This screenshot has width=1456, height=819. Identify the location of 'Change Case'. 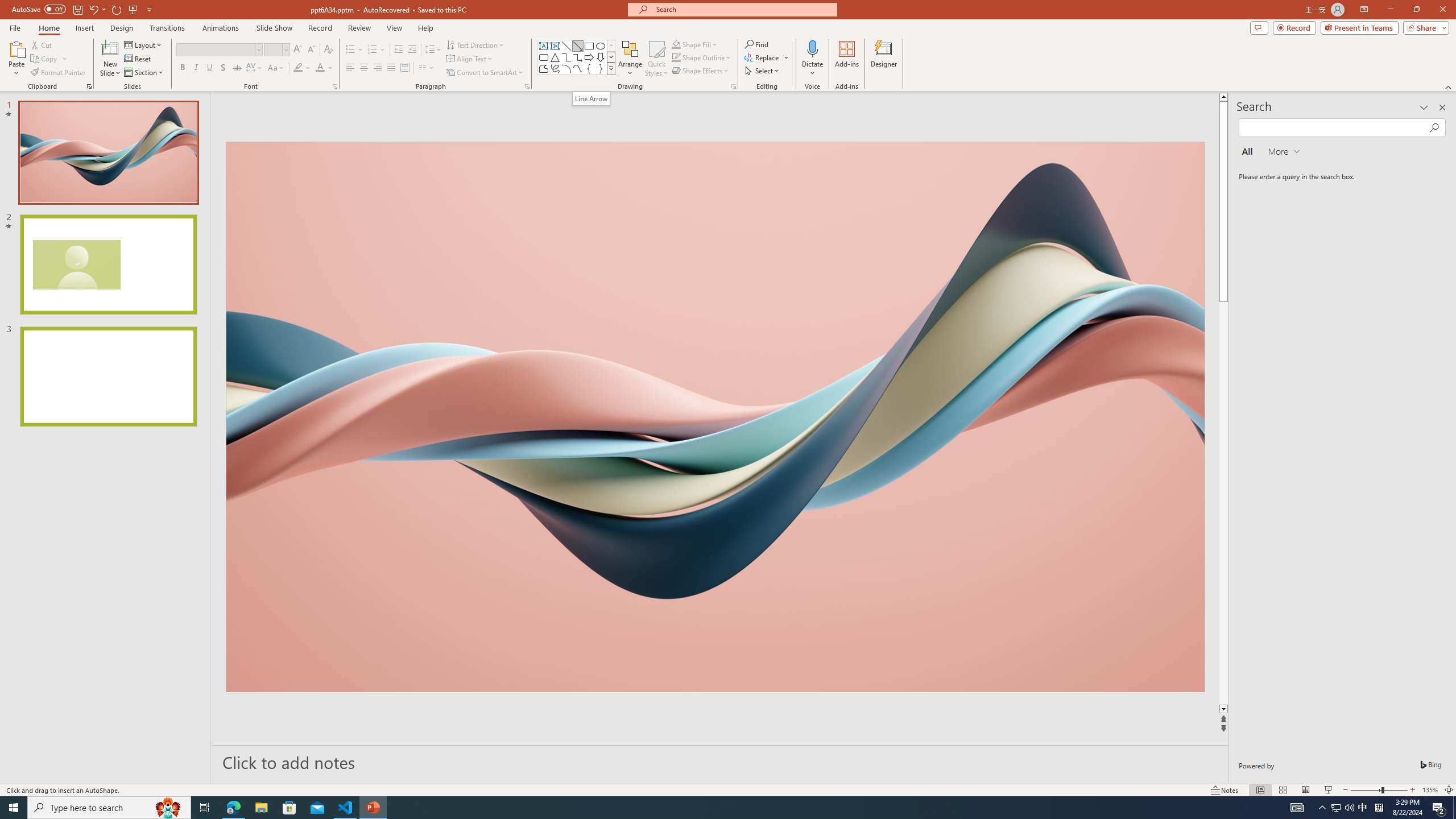
(276, 67).